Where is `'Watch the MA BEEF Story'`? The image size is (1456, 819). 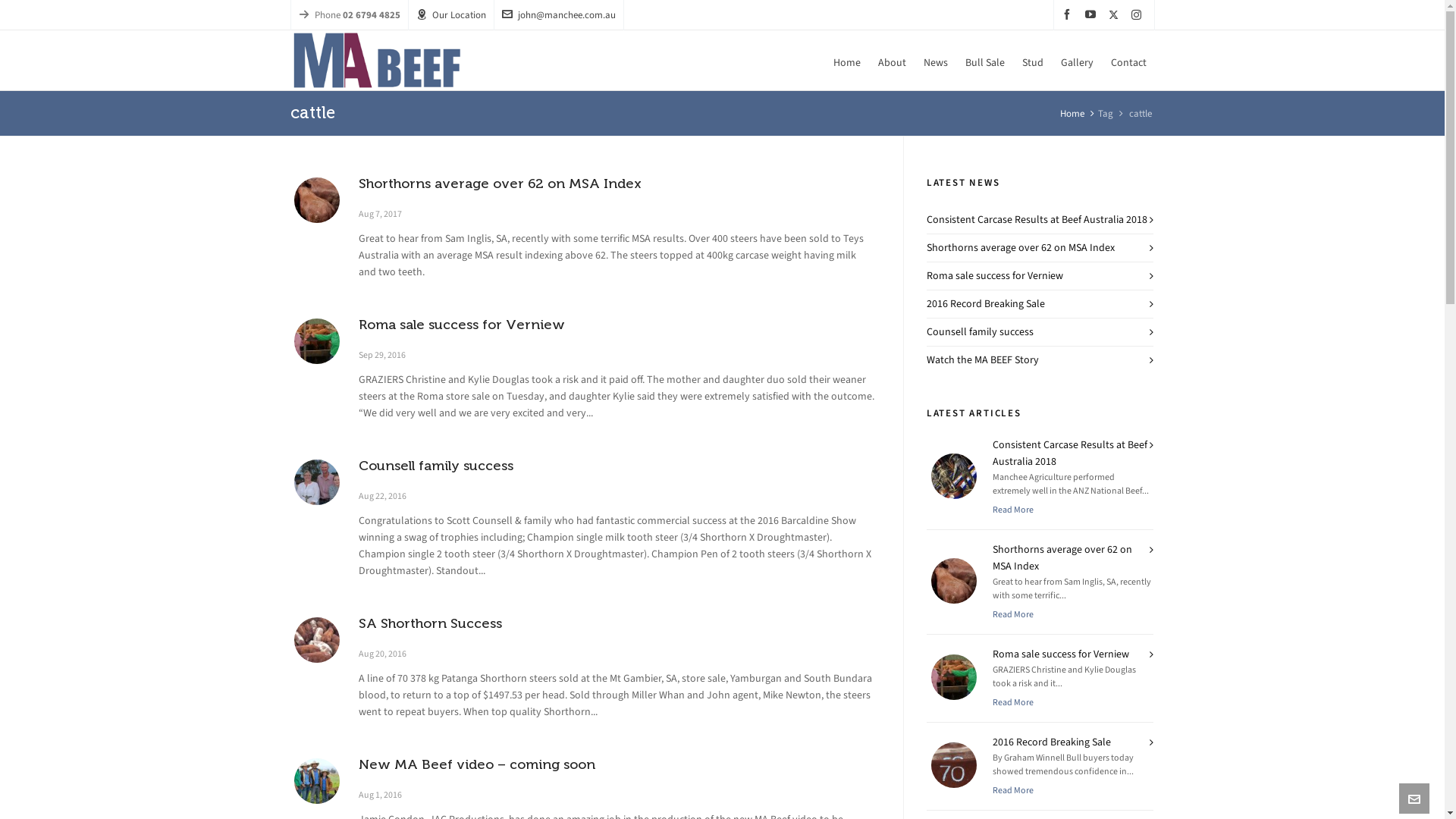 'Watch the MA BEEF Story' is located at coordinates (983, 359).